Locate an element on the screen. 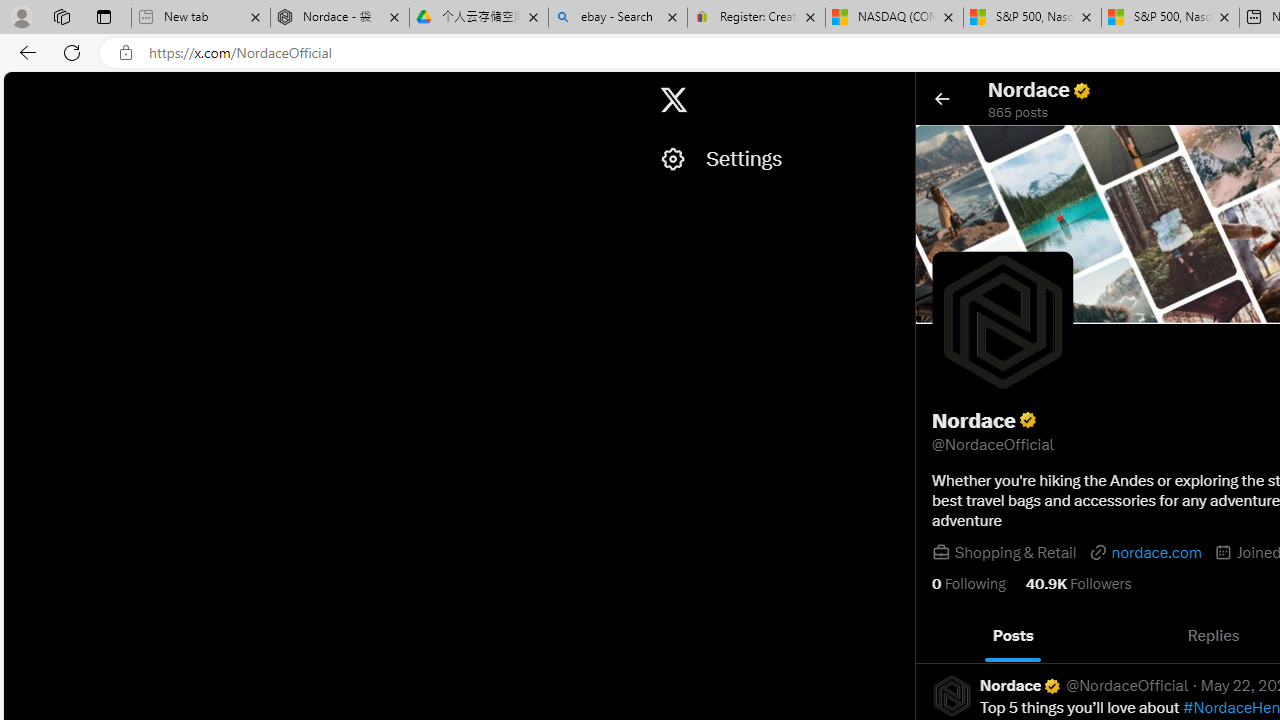 Image resolution: width=1280 pixels, height=720 pixels. 'X' is located at coordinates (673, 100).